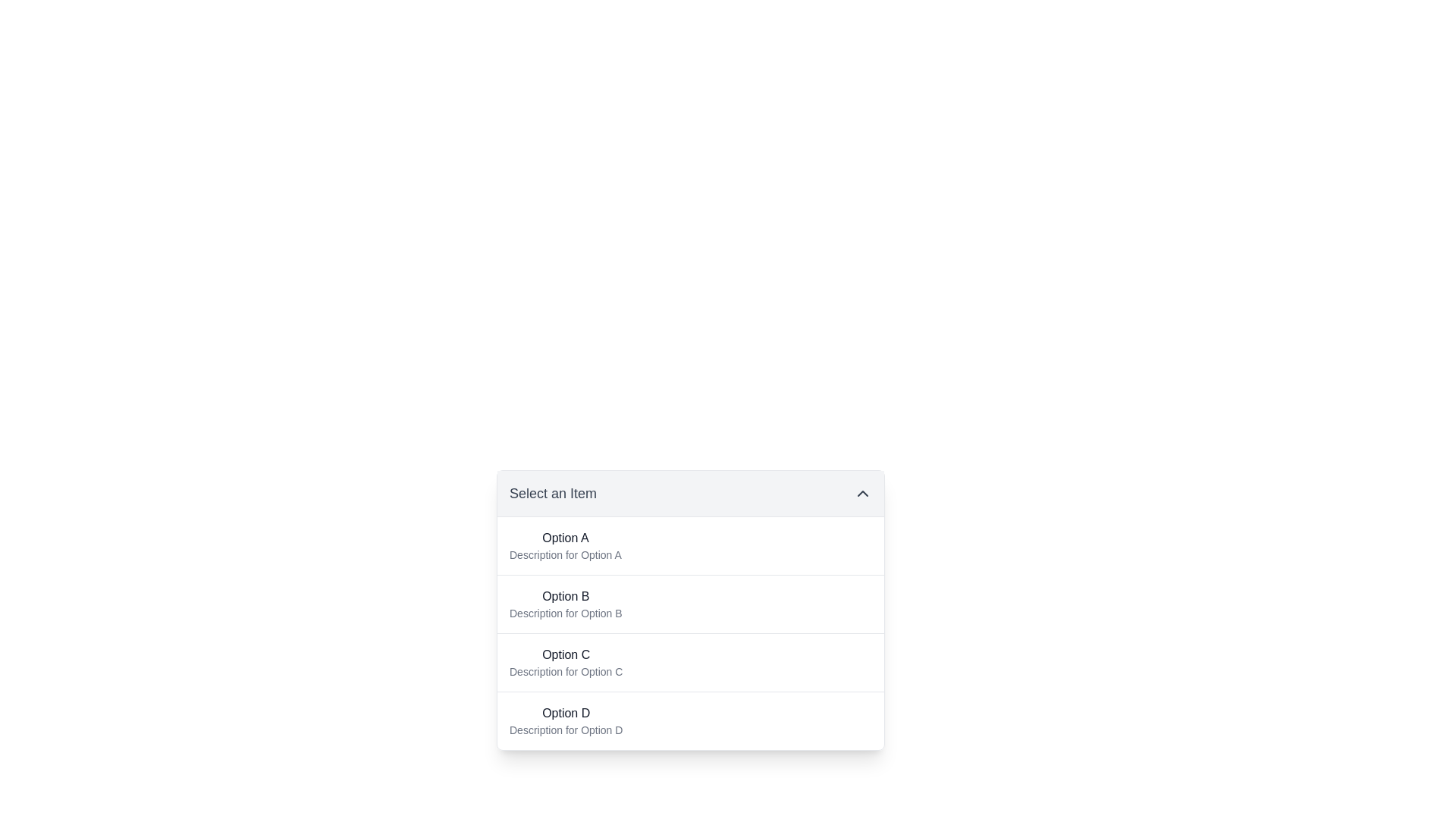 The width and height of the screenshot is (1456, 819). I want to click on the 'Option B' label displayed in a medium-sized dark gray font above the description text in the dropdown-like UI component under the 'Select an Item' dropdown, so click(565, 595).